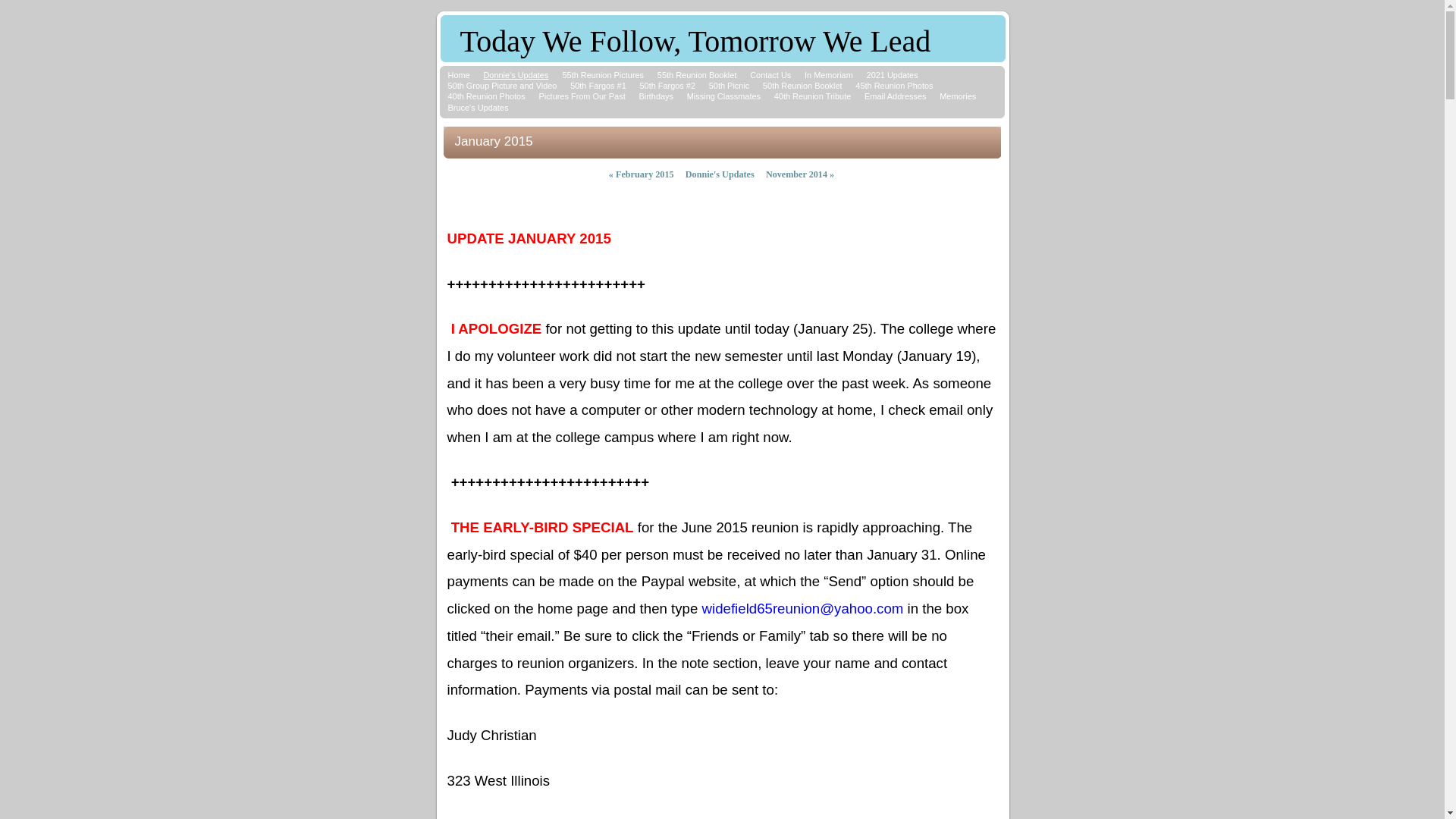 This screenshot has width=1456, height=819. I want to click on '55th Reunion Pictures', so click(560, 75).